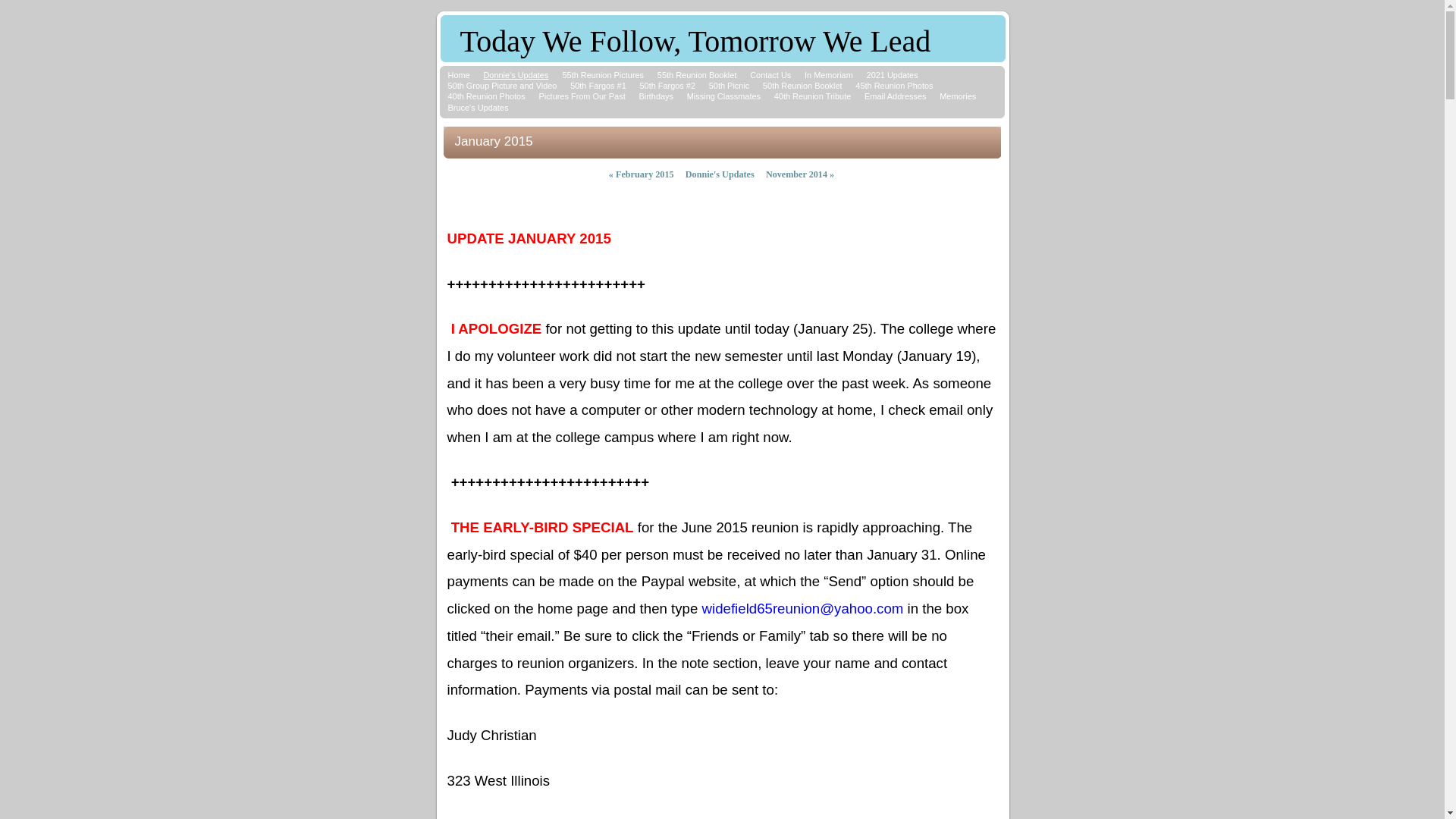 This screenshot has width=1456, height=819. I want to click on '55th Reunion Pictures', so click(560, 75).